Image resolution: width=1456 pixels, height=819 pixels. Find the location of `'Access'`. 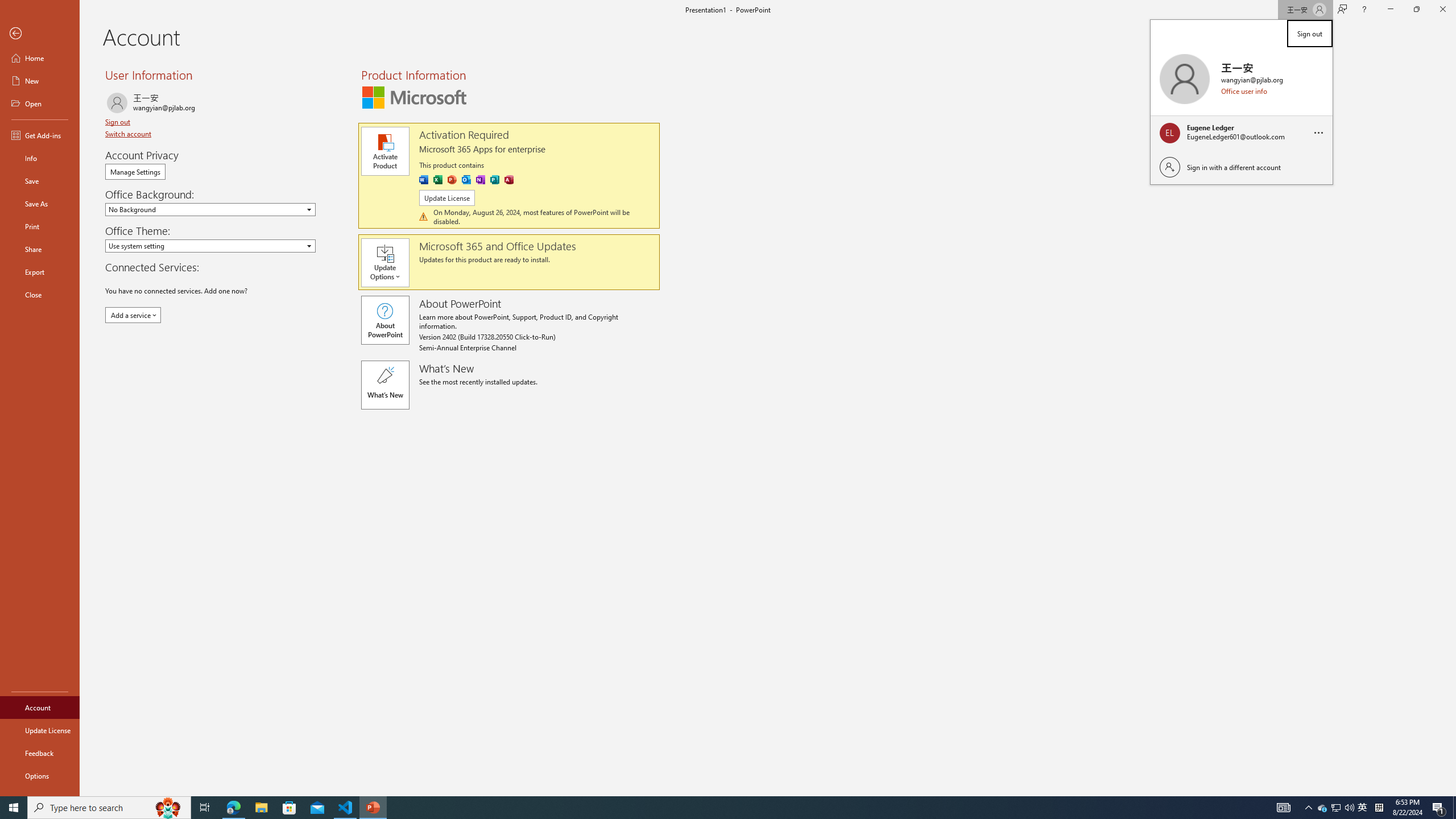

'Access' is located at coordinates (508, 179).